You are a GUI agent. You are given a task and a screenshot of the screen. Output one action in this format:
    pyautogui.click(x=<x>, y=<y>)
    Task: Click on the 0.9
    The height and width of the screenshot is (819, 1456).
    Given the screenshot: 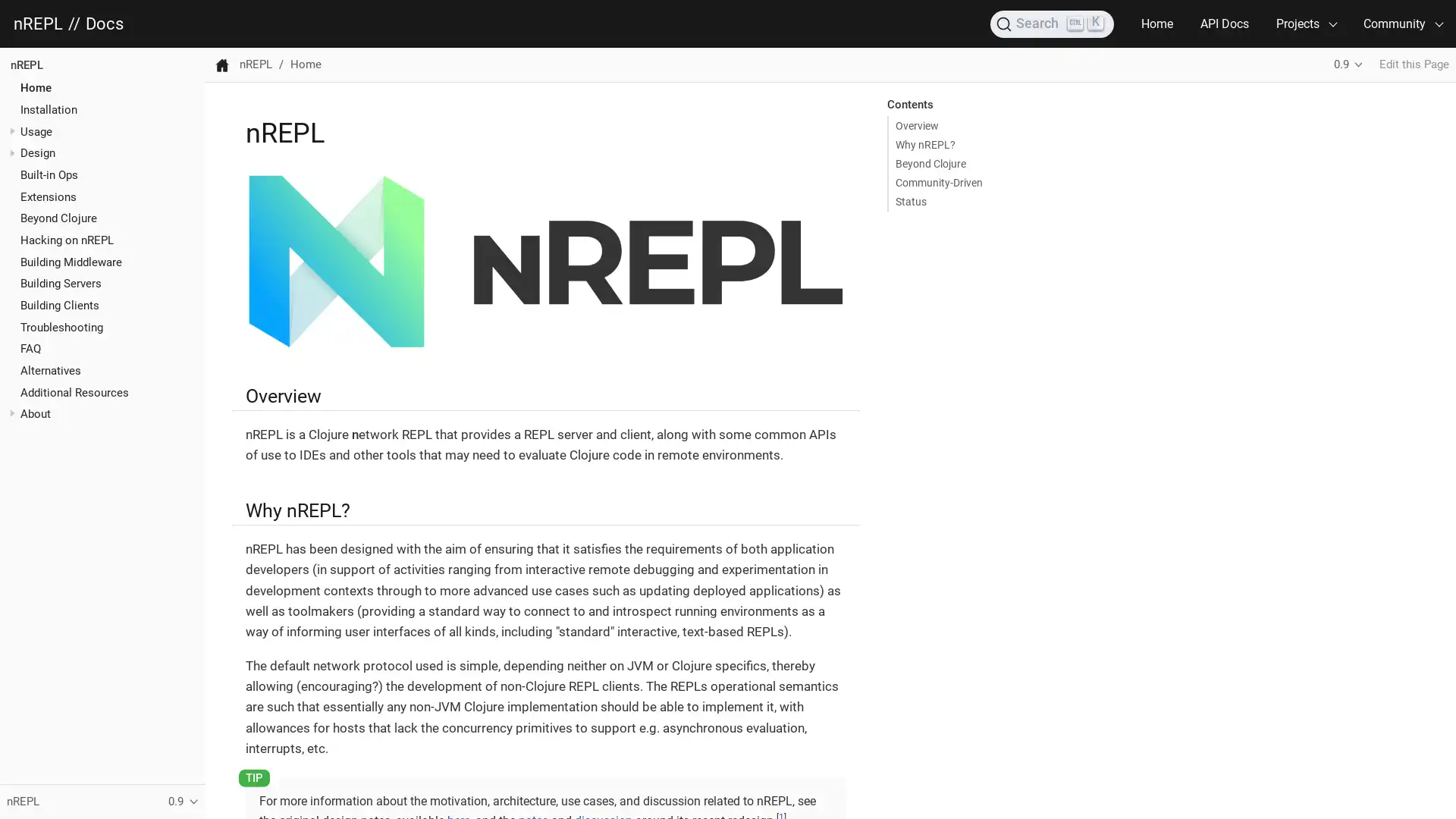 What is the action you would take?
    pyautogui.click(x=1348, y=64)
    